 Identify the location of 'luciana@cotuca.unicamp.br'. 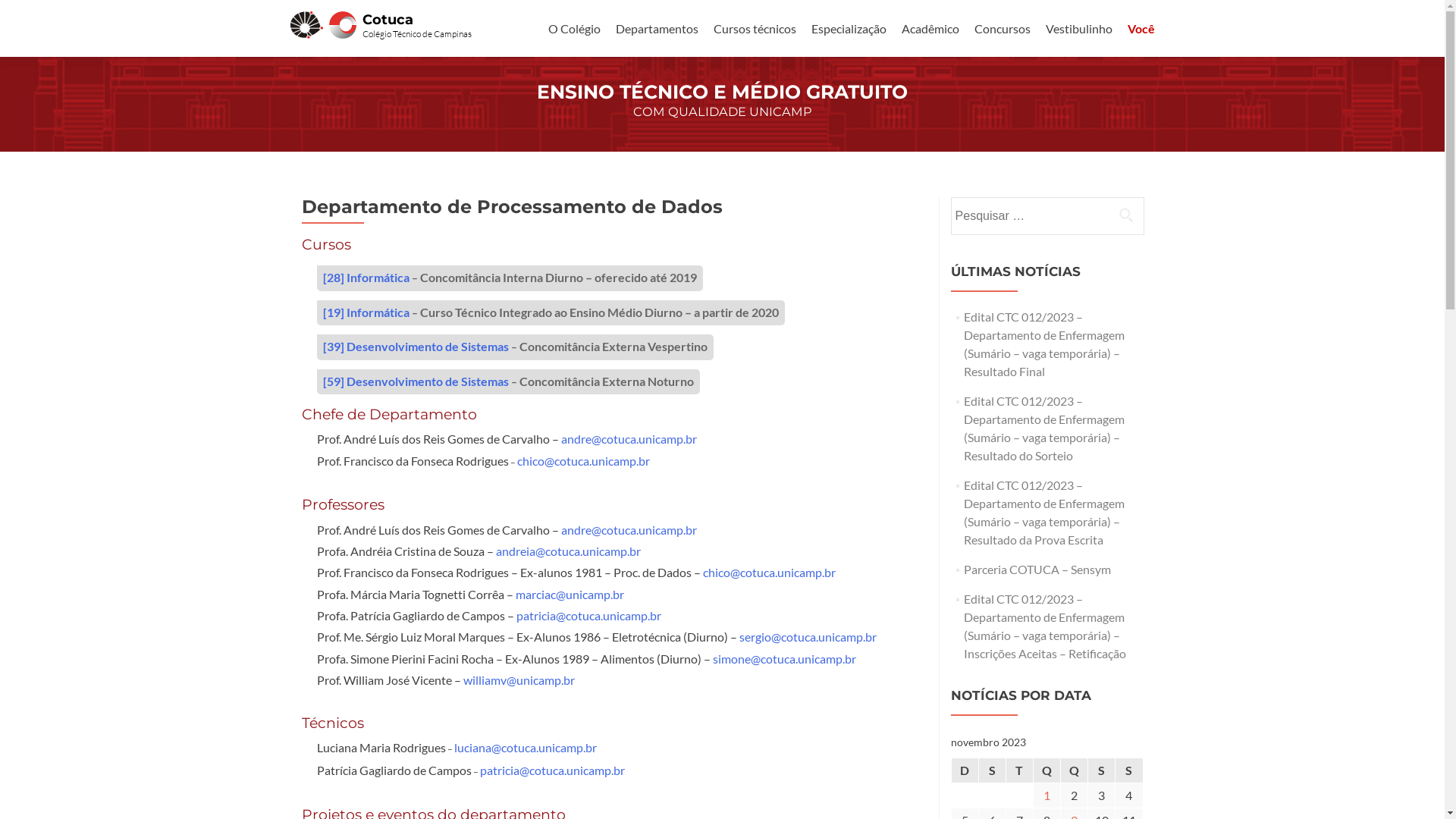
(524, 746).